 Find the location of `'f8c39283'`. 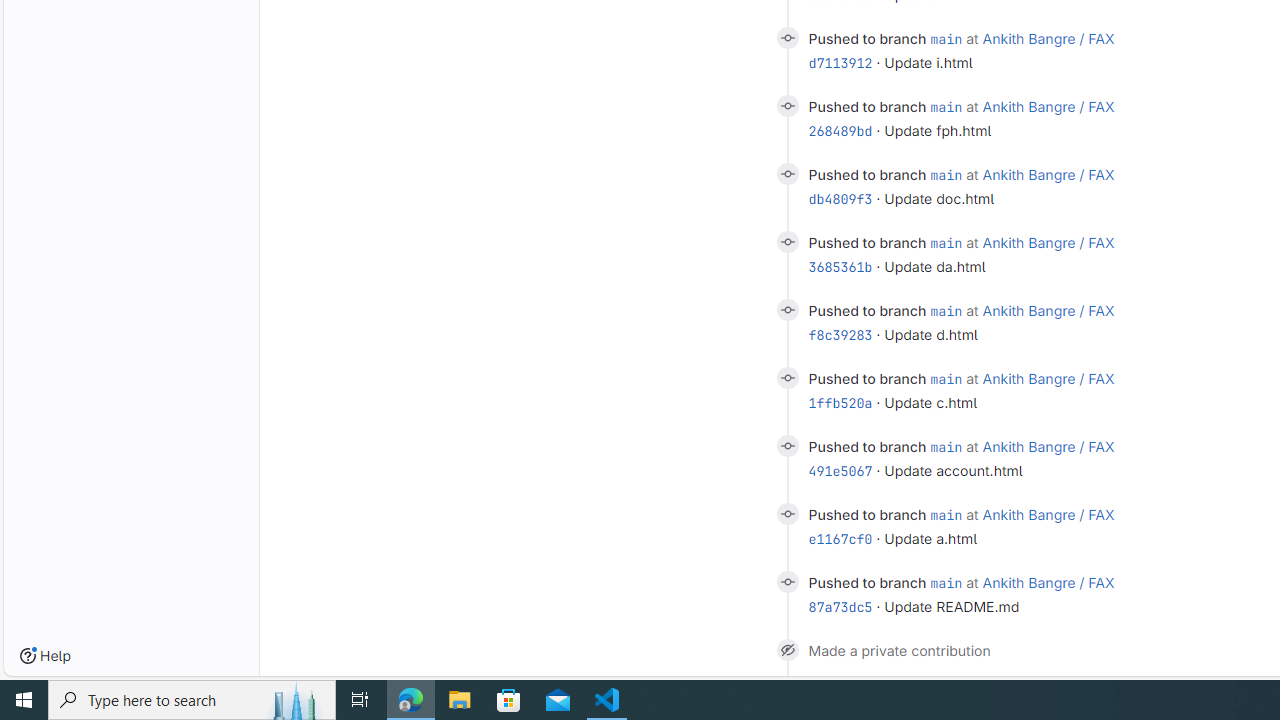

'f8c39283' is located at coordinates (840, 334).